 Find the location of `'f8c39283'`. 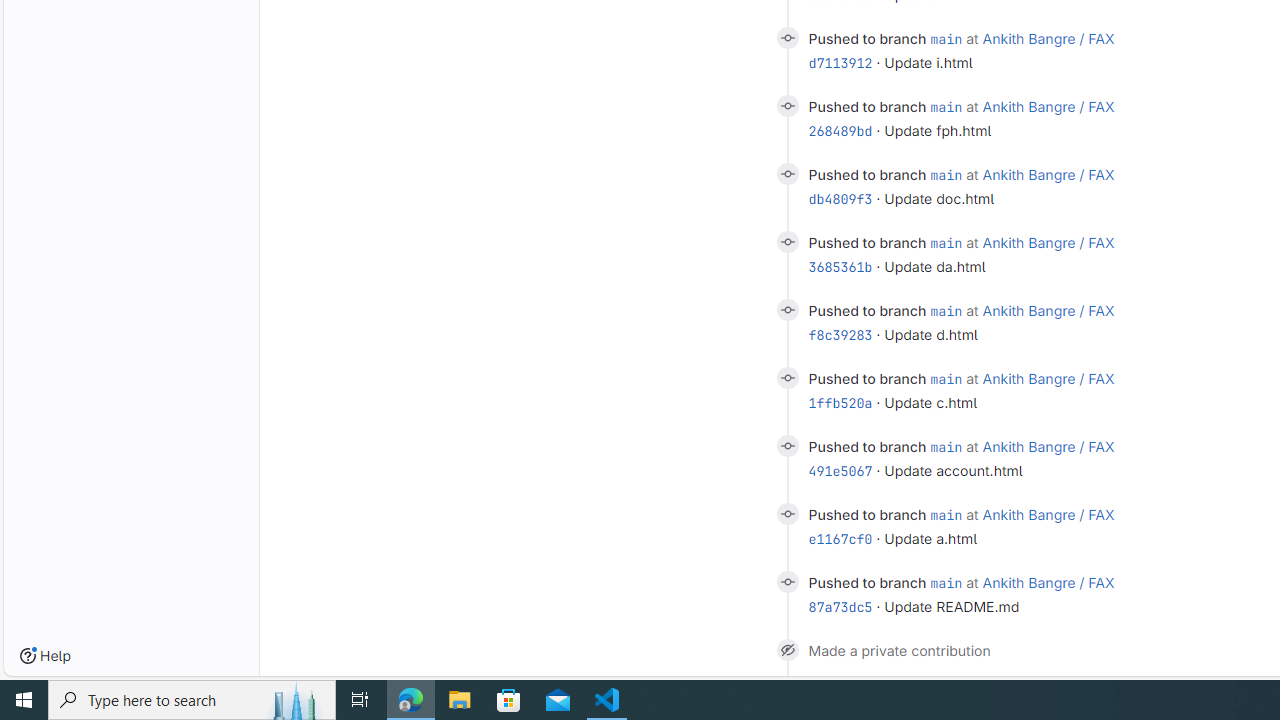

'f8c39283' is located at coordinates (840, 334).